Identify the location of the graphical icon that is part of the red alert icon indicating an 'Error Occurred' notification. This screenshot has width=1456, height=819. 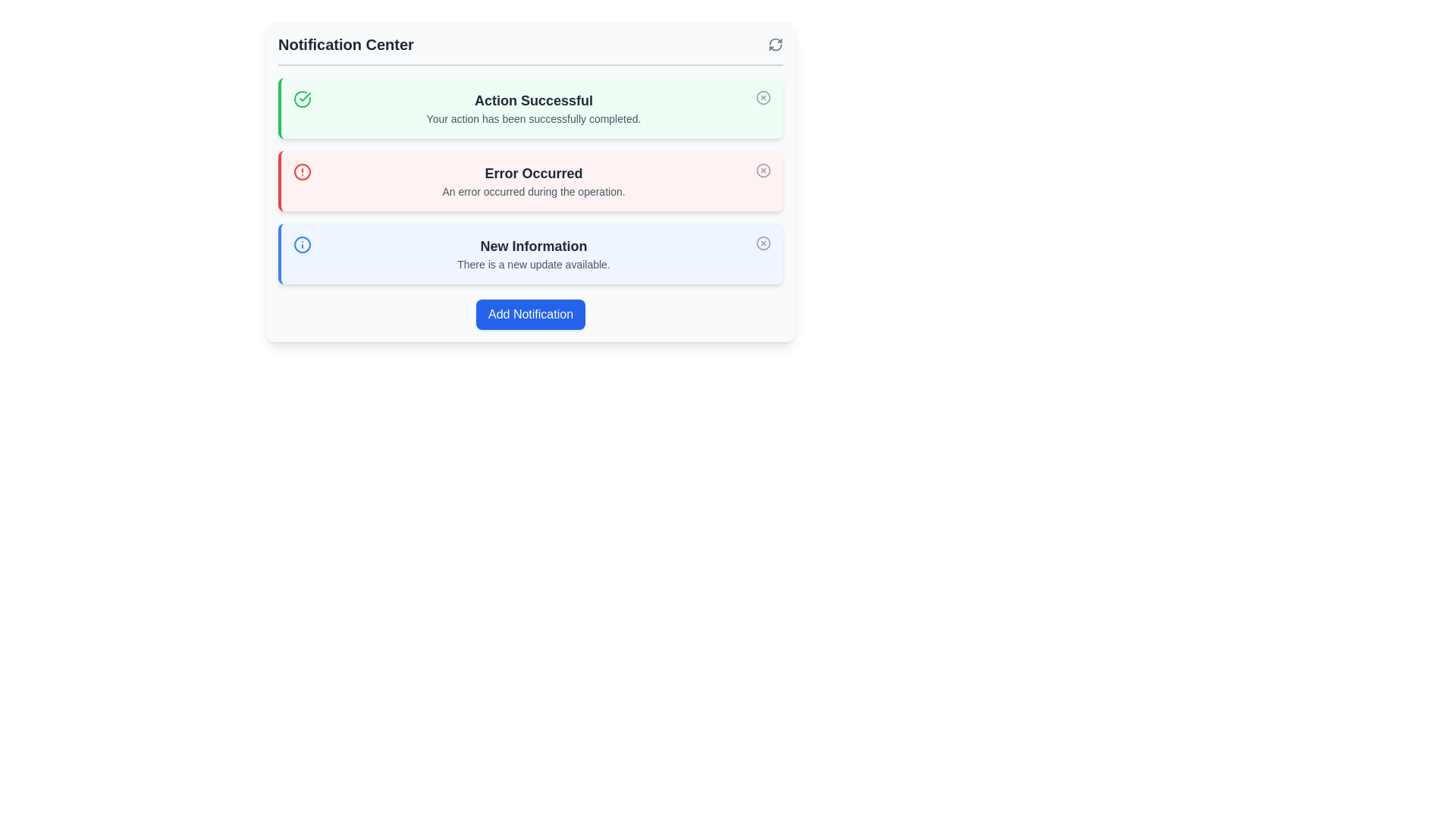
(302, 171).